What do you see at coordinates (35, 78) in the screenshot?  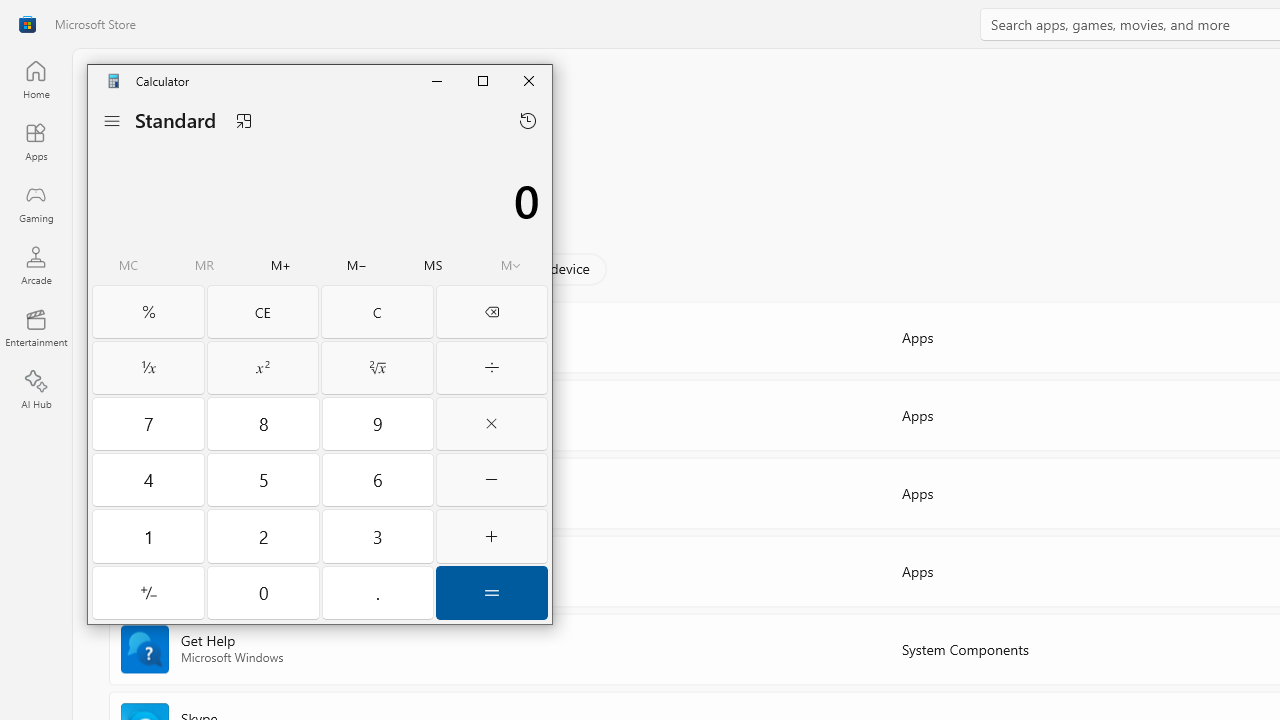 I see `'Home'` at bounding box center [35, 78].